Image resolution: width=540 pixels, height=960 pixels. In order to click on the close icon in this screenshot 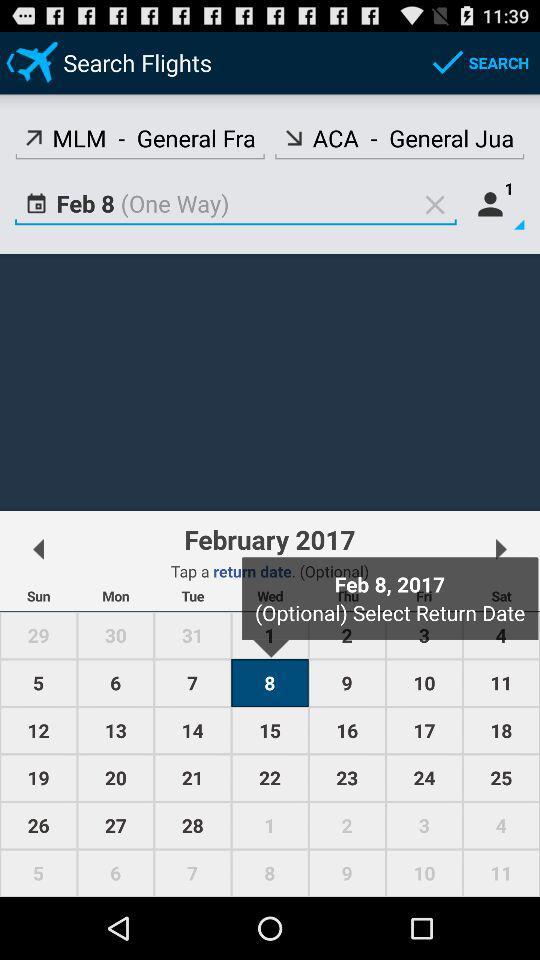, I will do `click(434, 218)`.